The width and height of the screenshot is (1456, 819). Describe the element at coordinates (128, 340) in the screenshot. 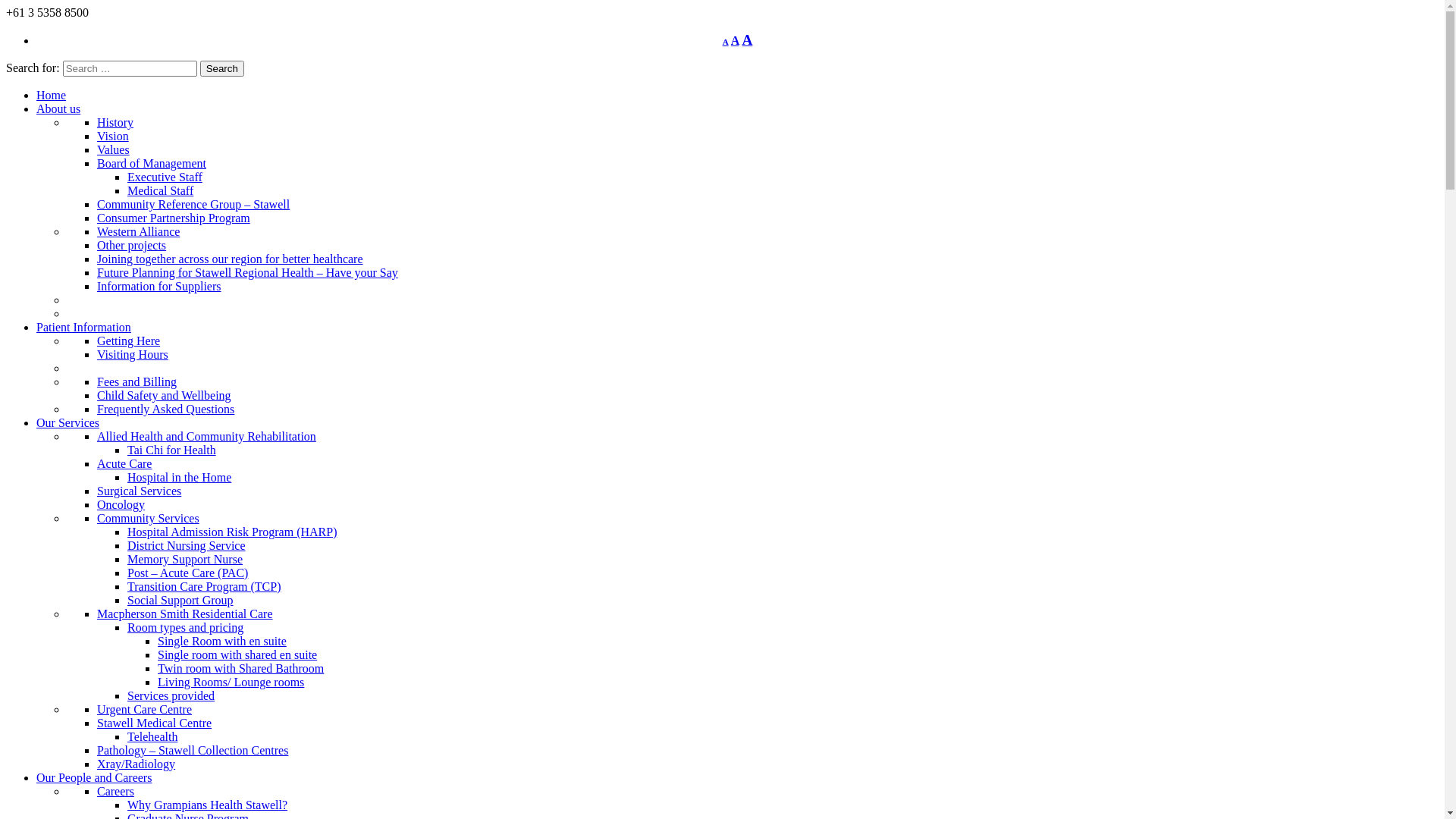

I see `'Getting Here'` at that location.